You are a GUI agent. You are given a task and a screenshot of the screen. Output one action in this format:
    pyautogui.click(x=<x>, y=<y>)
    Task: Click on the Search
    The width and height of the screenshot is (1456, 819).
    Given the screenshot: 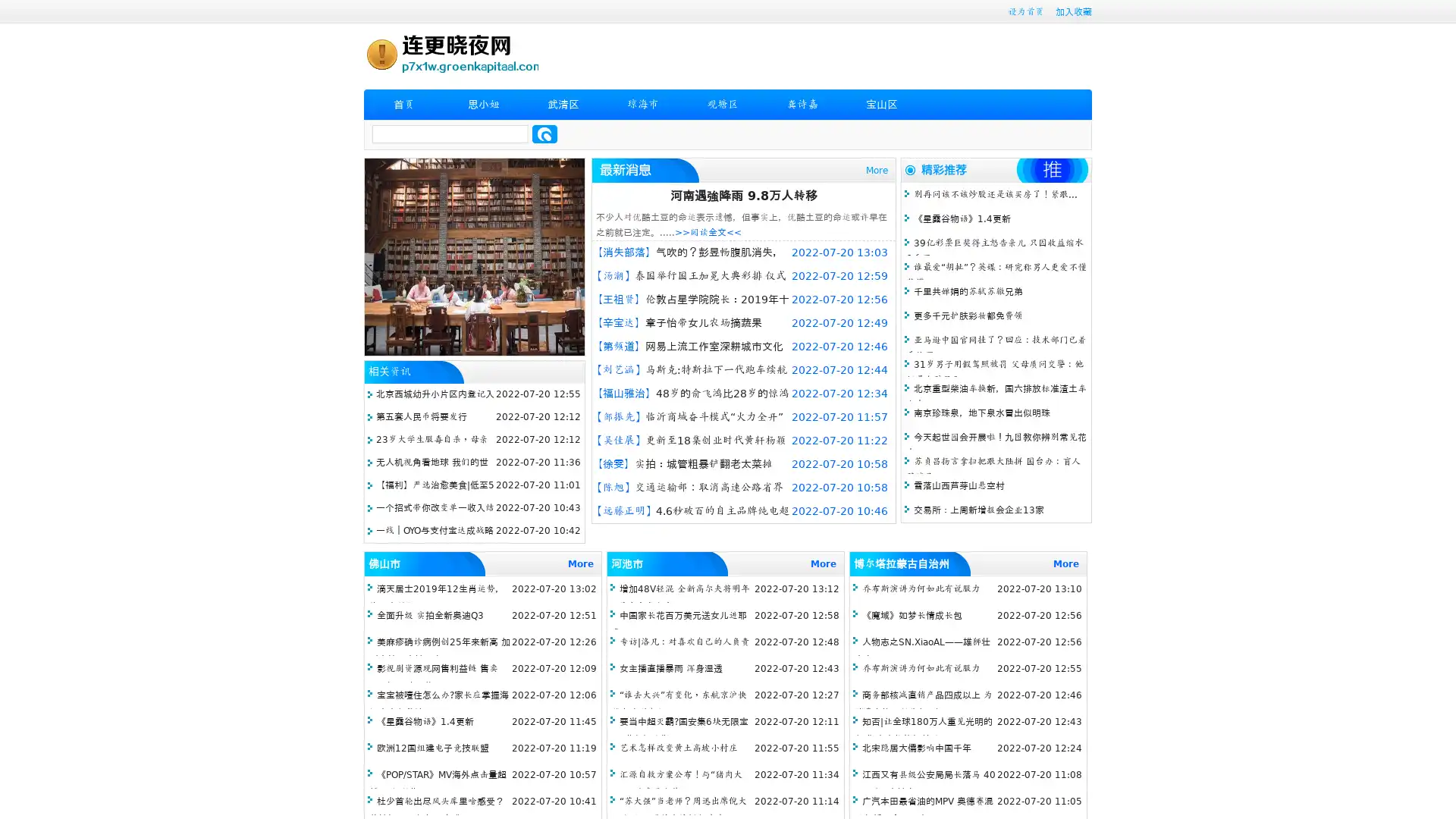 What is the action you would take?
    pyautogui.click(x=544, y=133)
    